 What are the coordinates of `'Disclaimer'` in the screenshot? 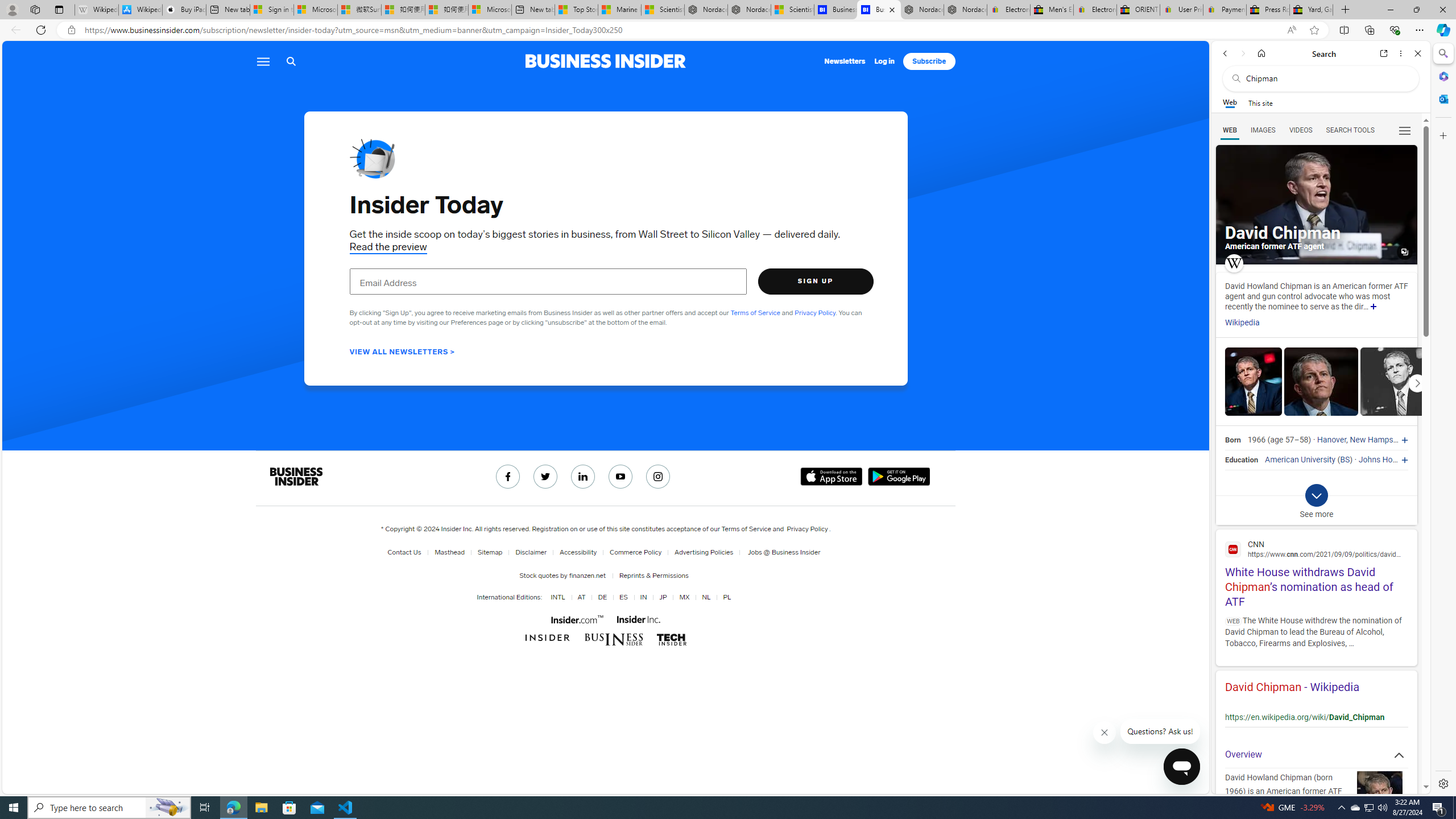 It's located at (528, 552).